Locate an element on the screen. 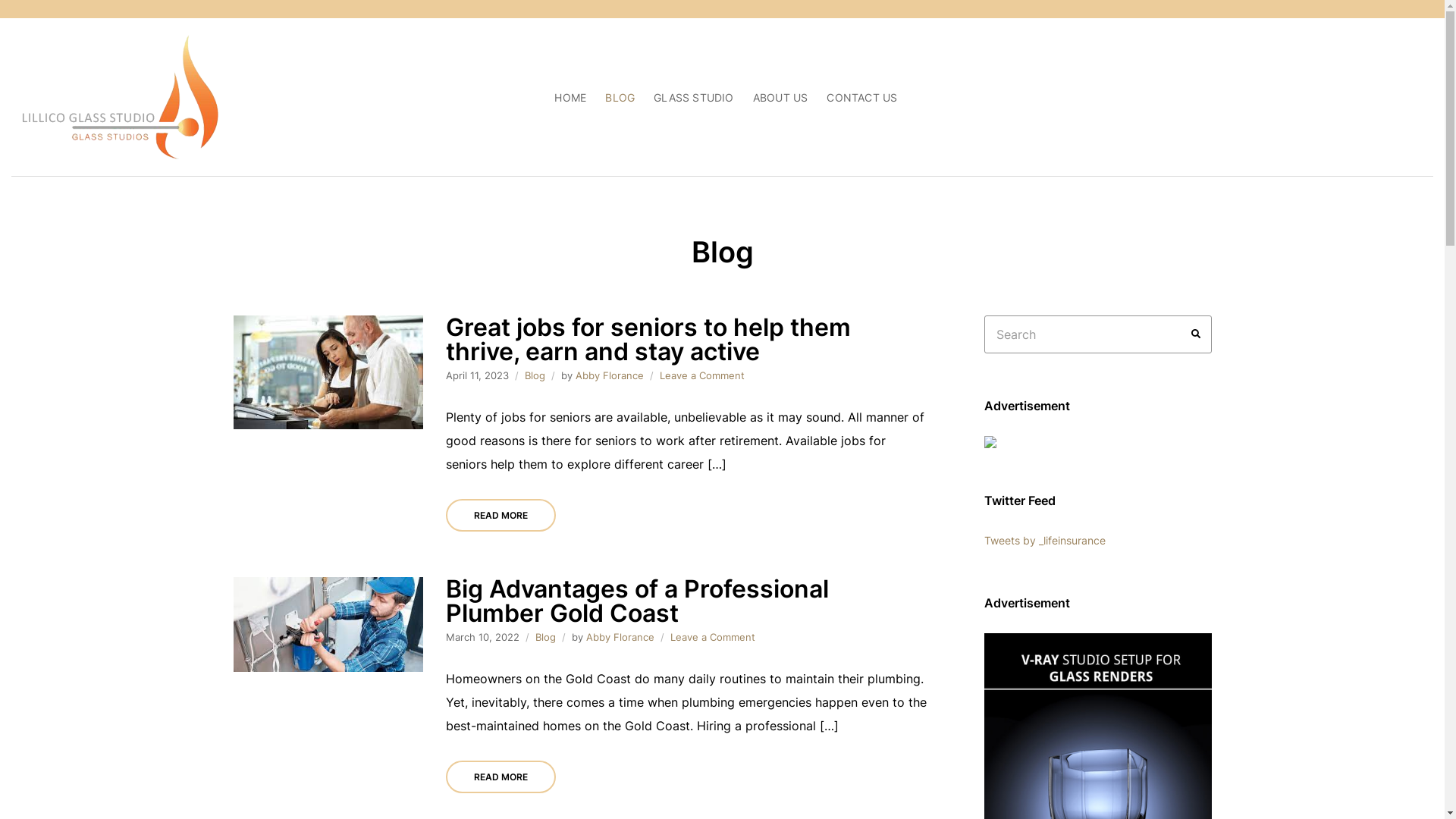 The height and width of the screenshot is (819, 1456). 'SEARCH' is located at coordinates (1195, 333).